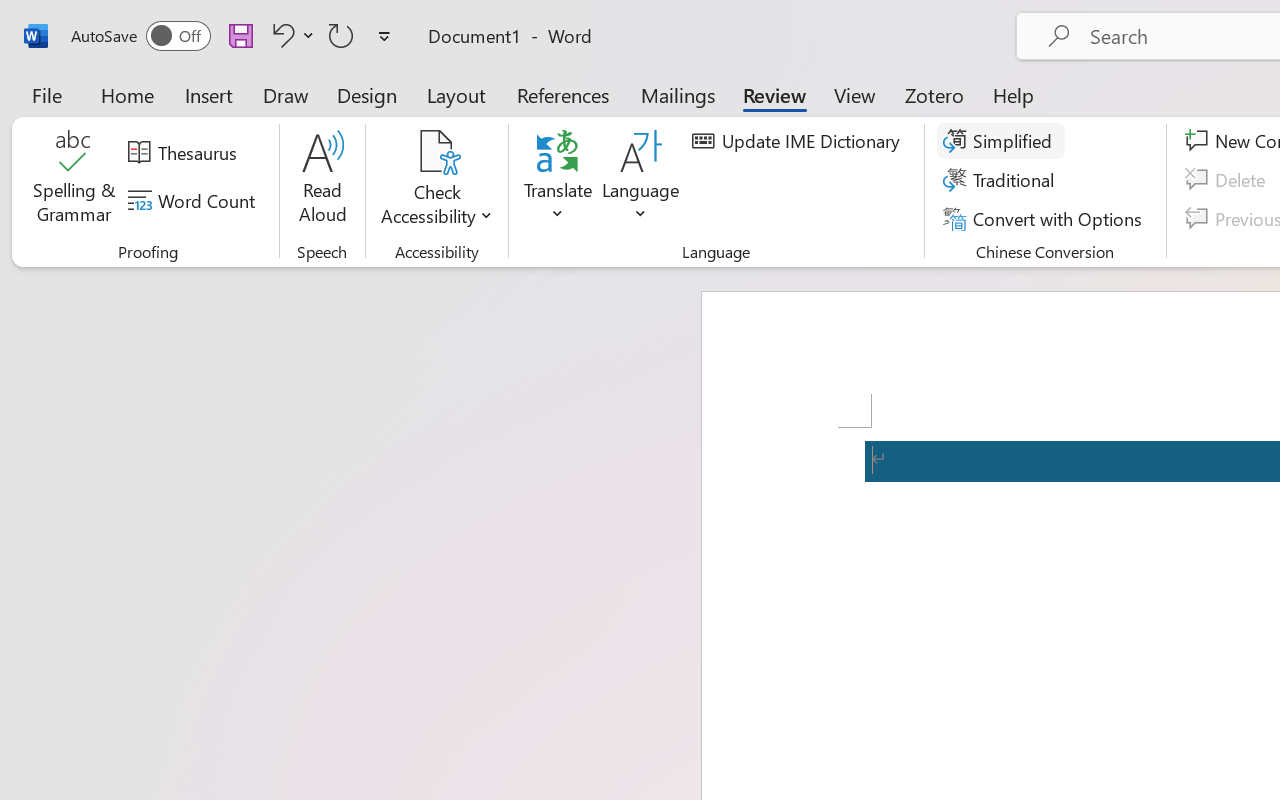  I want to click on 'Delete', so click(1227, 179).